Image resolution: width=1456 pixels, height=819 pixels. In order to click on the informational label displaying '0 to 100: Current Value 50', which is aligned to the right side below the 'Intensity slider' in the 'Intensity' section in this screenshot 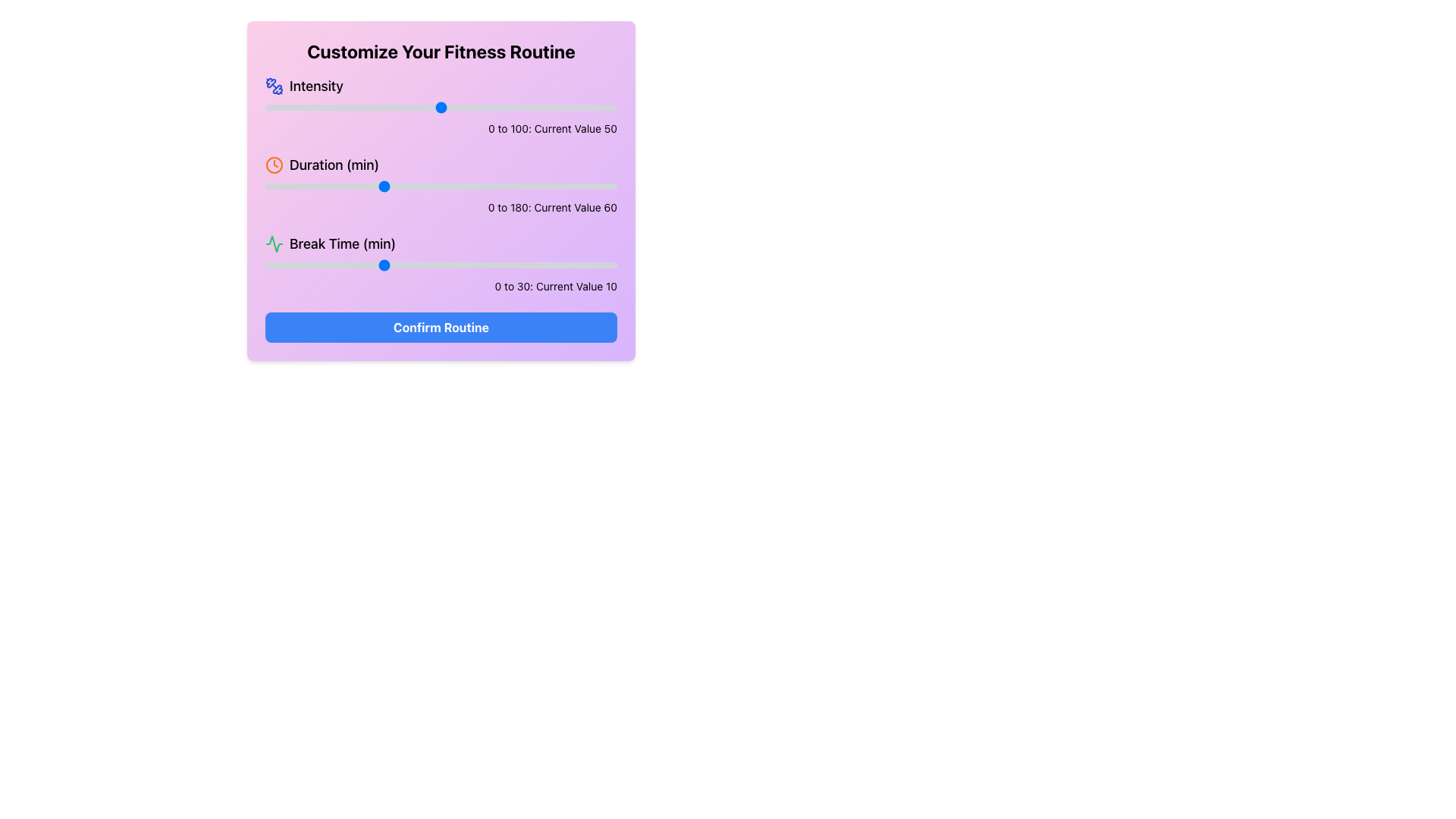, I will do `click(440, 127)`.